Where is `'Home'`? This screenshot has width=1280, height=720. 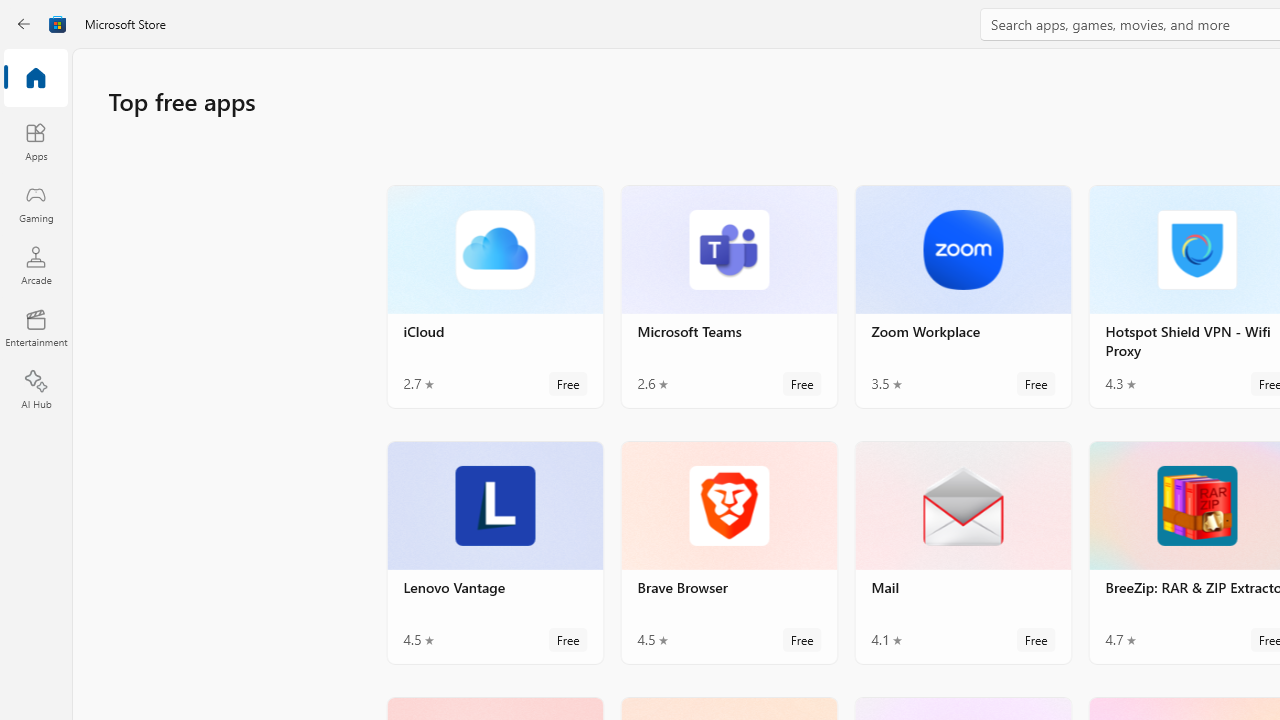
'Home' is located at coordinates (35, 78).